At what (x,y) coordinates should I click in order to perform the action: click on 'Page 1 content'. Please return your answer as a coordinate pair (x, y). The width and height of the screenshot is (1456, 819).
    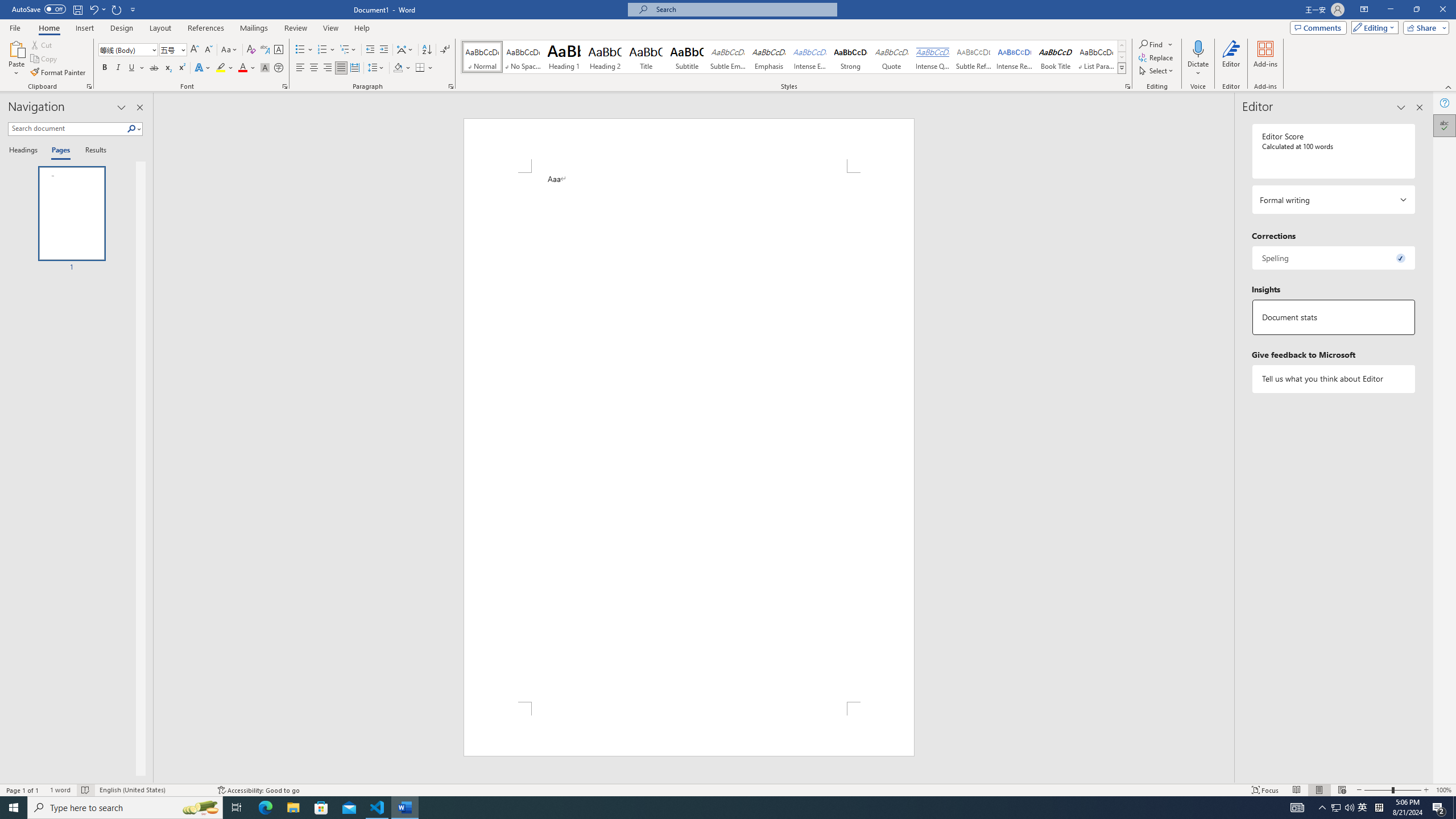
    Looking at the image, I should click on (688, 436).